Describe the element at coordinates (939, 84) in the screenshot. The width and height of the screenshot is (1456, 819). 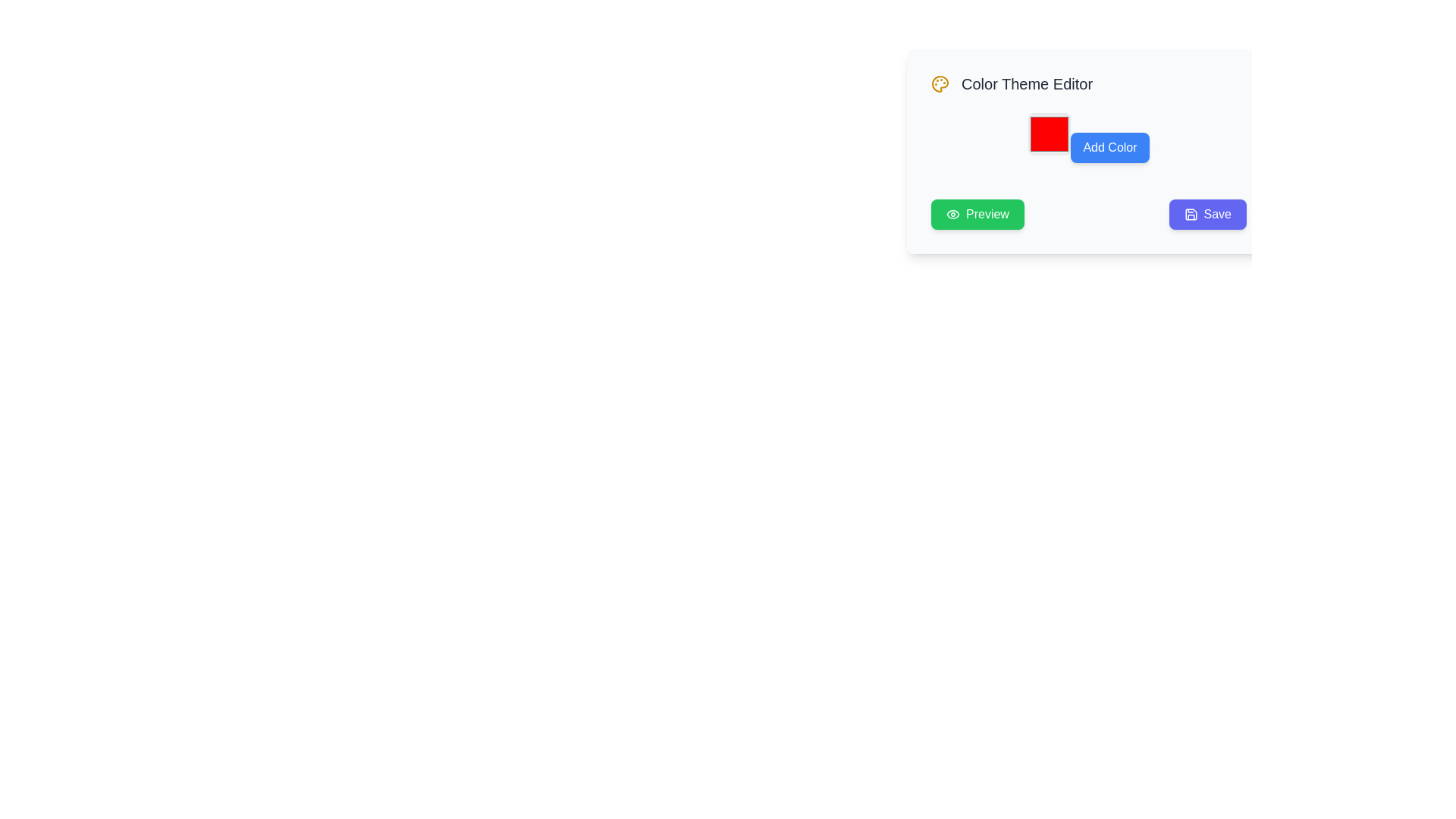
I see `the decorative palette icon which is the leftmost item in the header of the 'Color Theme Editor' section, next to the title 'Color Theme Editor'` at that location.